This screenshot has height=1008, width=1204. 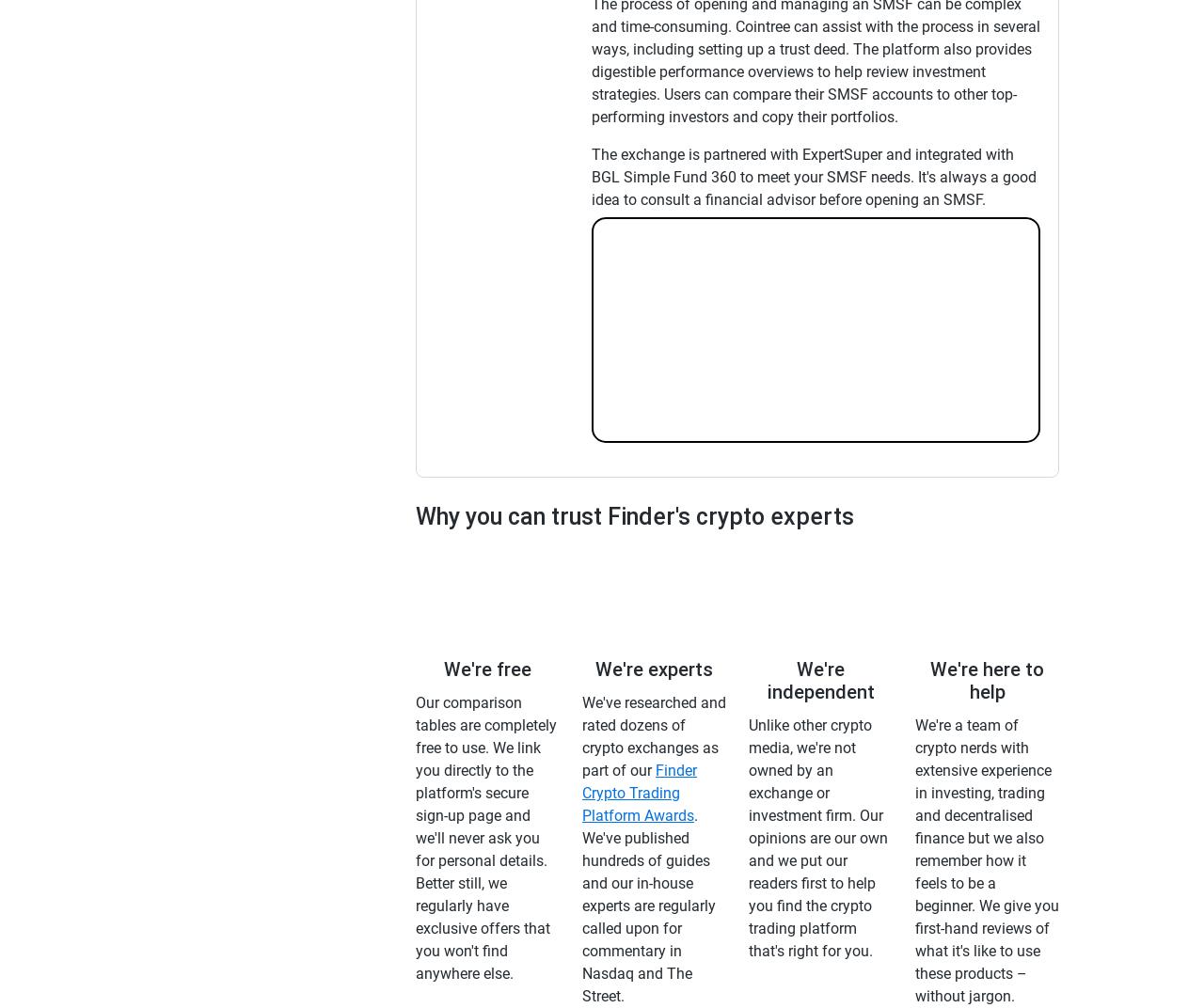 What do you see at coordinates (930, 680) in the screenshot?
I see `'We're here to help'` at bounding box center [930, 680].